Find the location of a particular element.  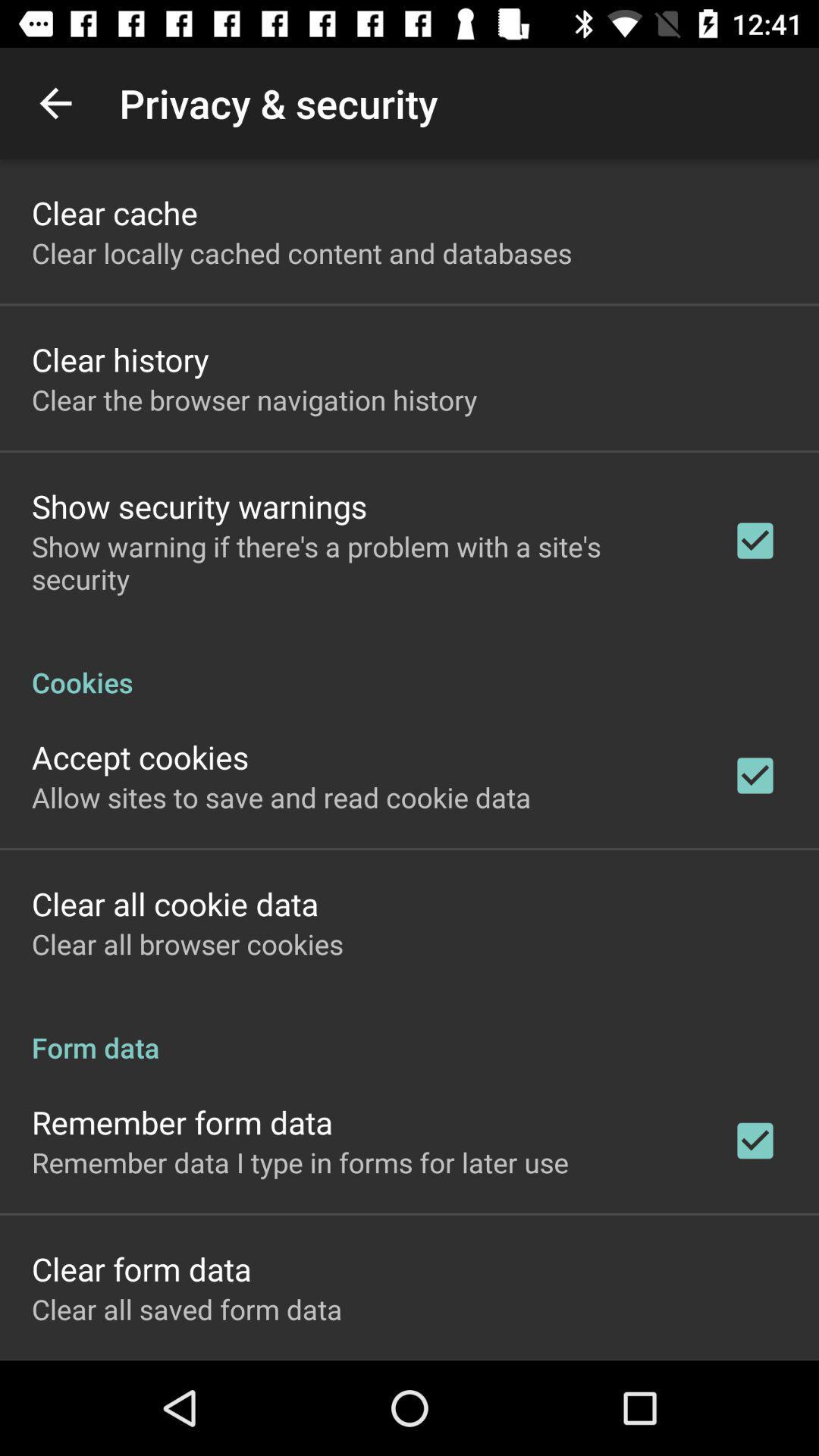

the app above the clear cache icon is located at coordinates (55, 102).